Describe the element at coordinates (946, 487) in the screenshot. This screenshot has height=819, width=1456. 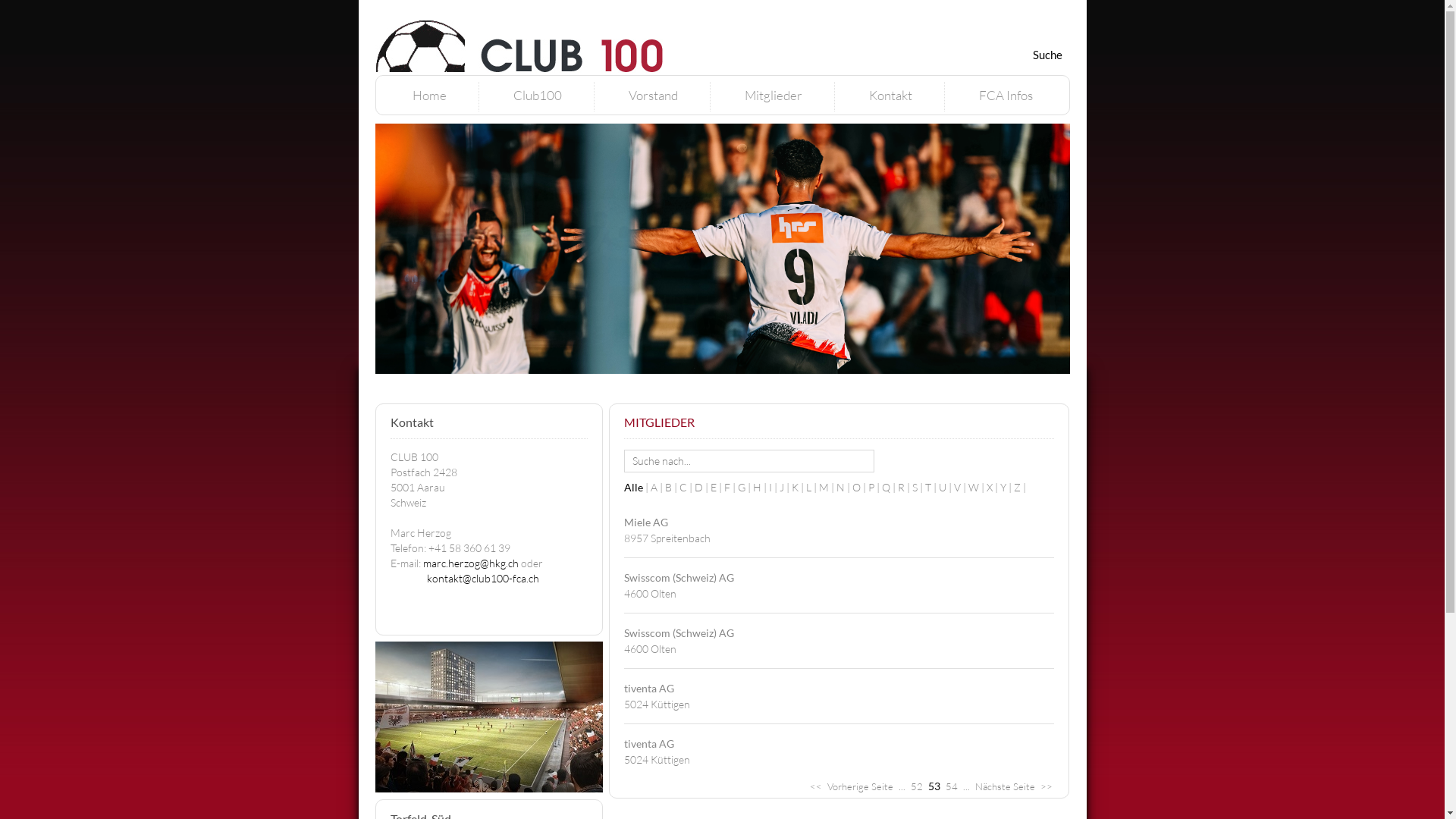
I see `'U'` at that location.